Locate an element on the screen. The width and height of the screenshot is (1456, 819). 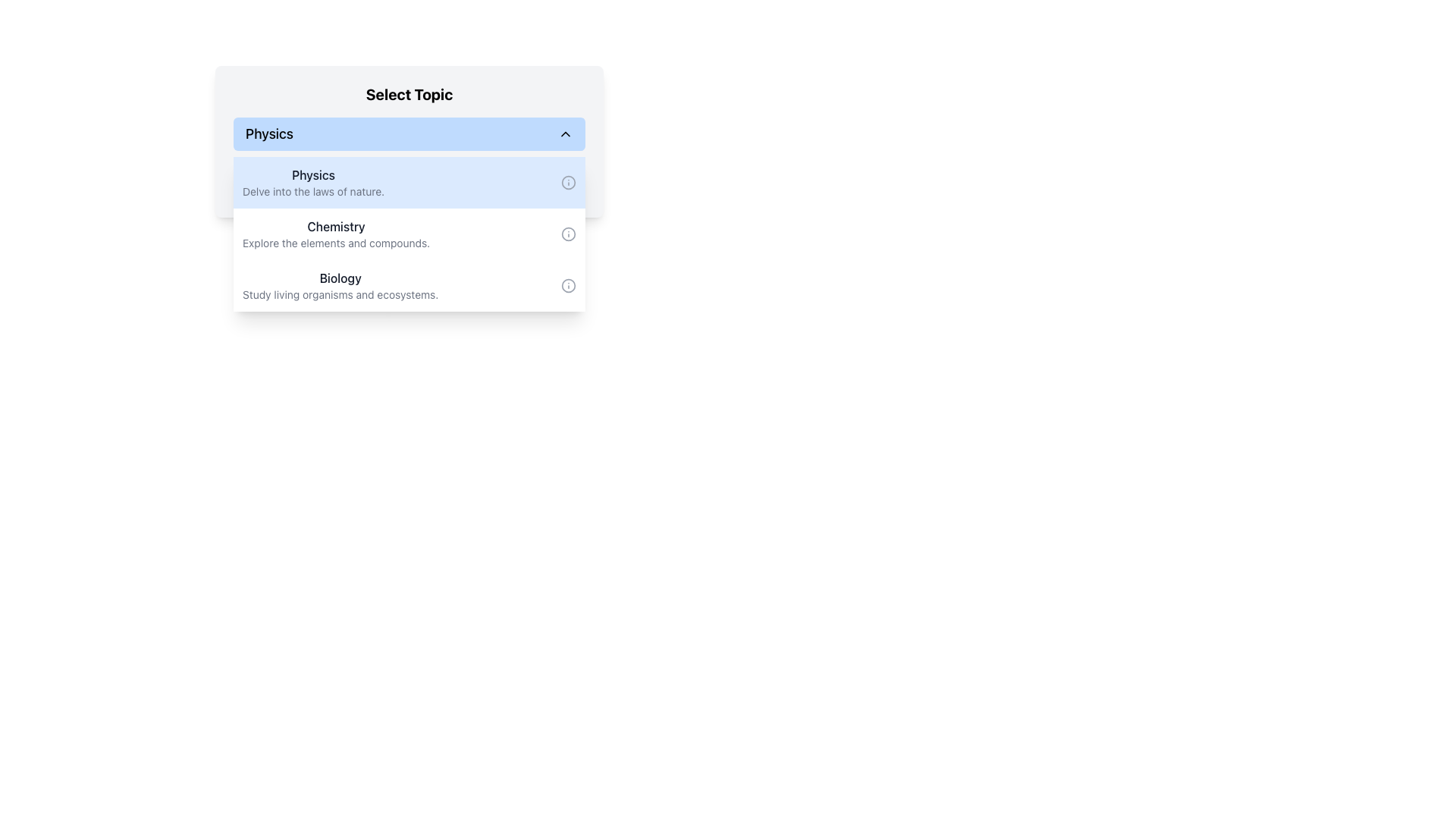
text display that shows 'Delve into the laws of nature.' located in the 'Physics' section immediately below the heading 'Physics' is located at coordinates (312, 191).